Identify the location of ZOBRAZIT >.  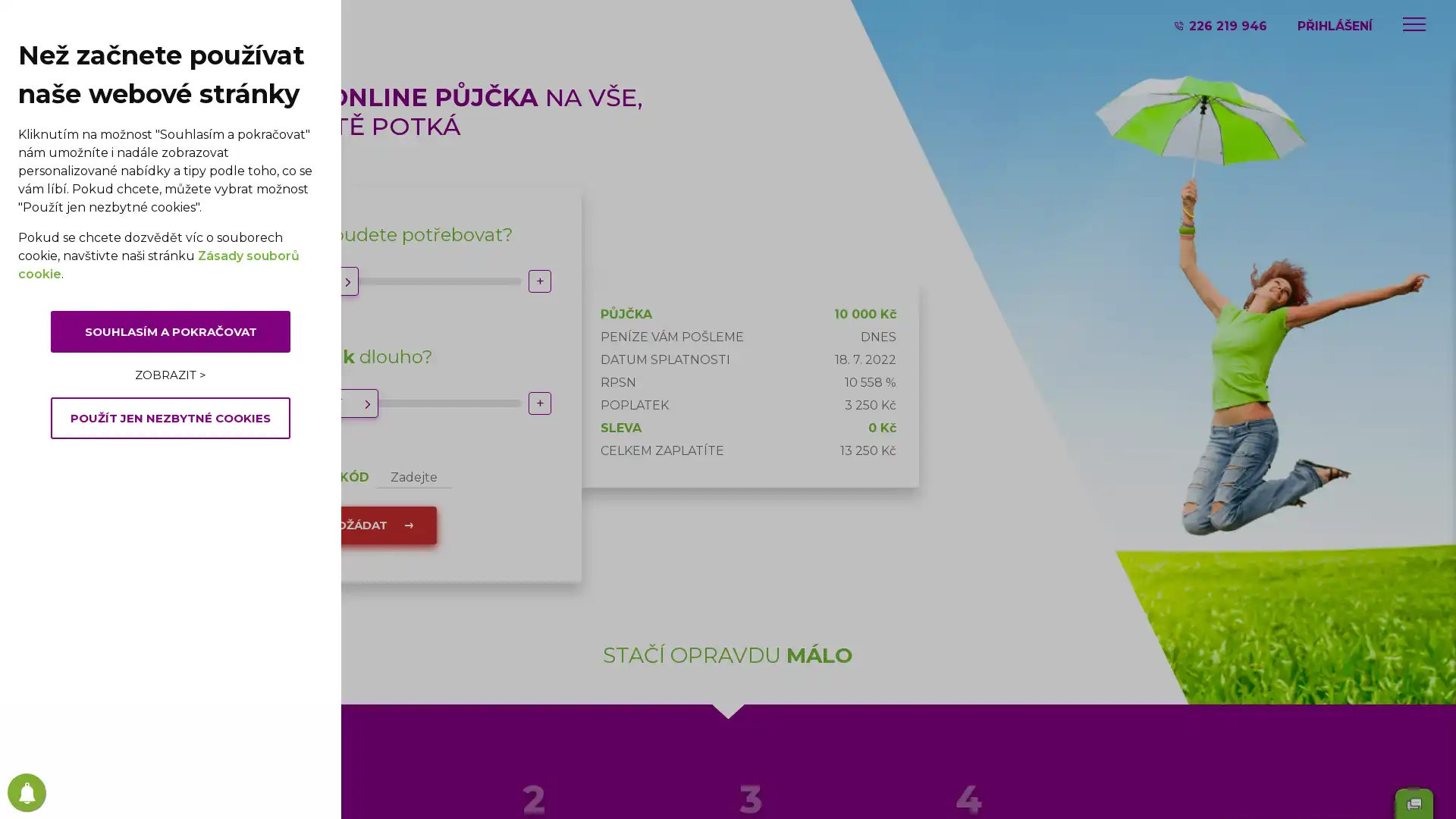
(171, 375).